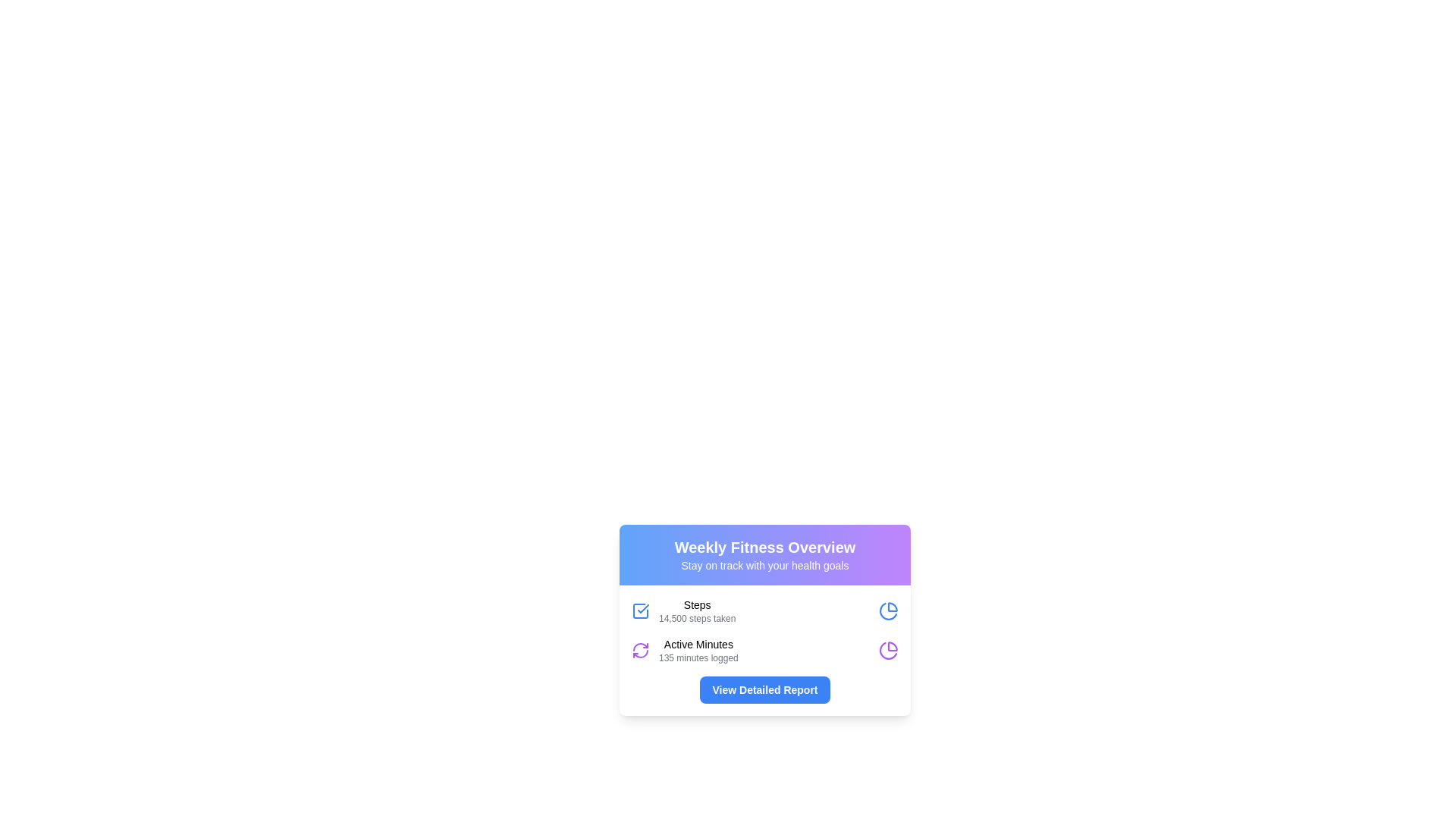 The height and width of the screenshot is (819, 1456). What do you see at coordinates (698, 649) in the screenshot?
I see `the 'Active Minutes' text display, which shows '135 minutes logged' in a smaller font, located within a summary card interface` at bounding box center [698, 649].